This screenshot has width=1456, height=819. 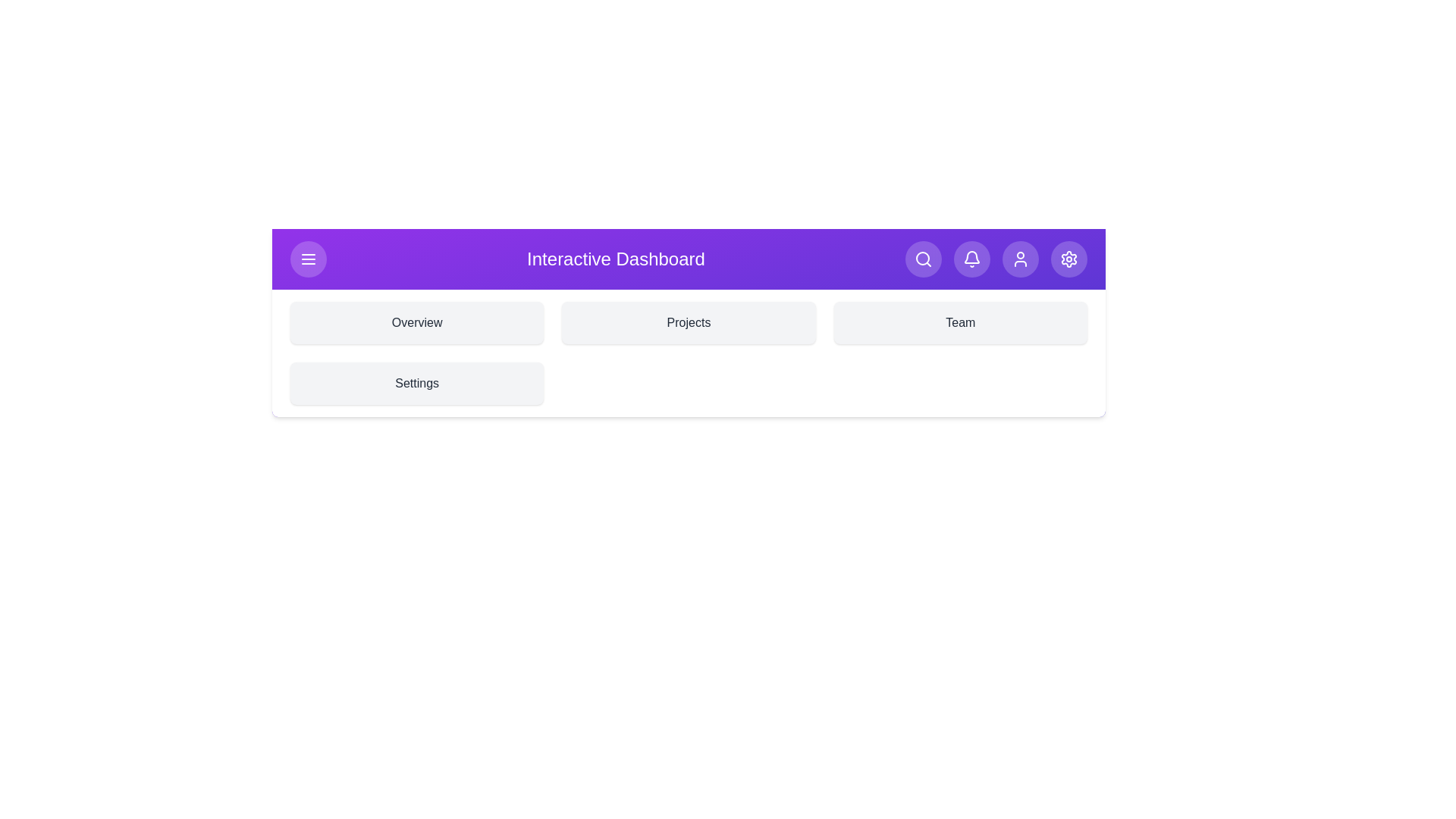 What do you see at coordinates (923, 259) in the screenshot?
I see `the search icon to initiate a search` at bounding box center [923, 259].